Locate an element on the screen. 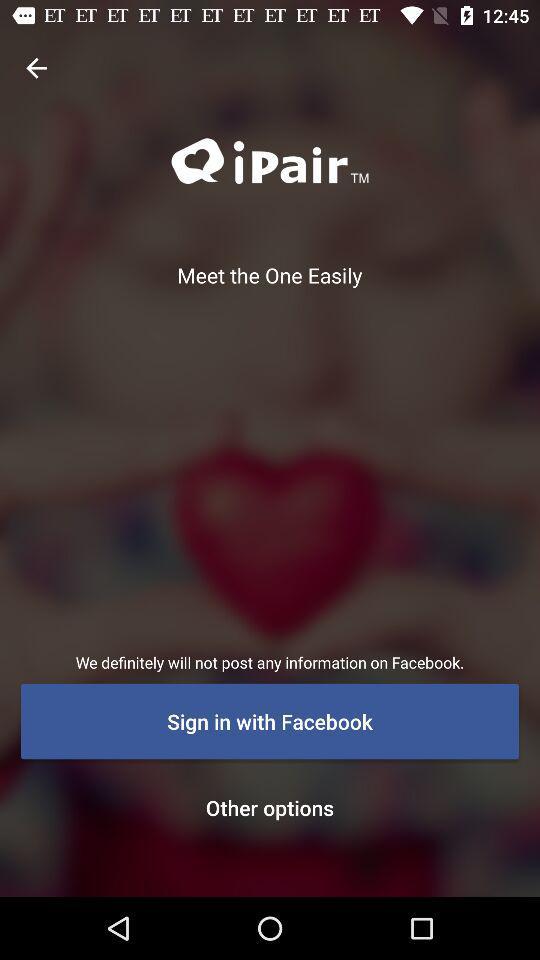 The width and height of the screenshot is (540, 960). the other options item is located at coordinates (270, 807).